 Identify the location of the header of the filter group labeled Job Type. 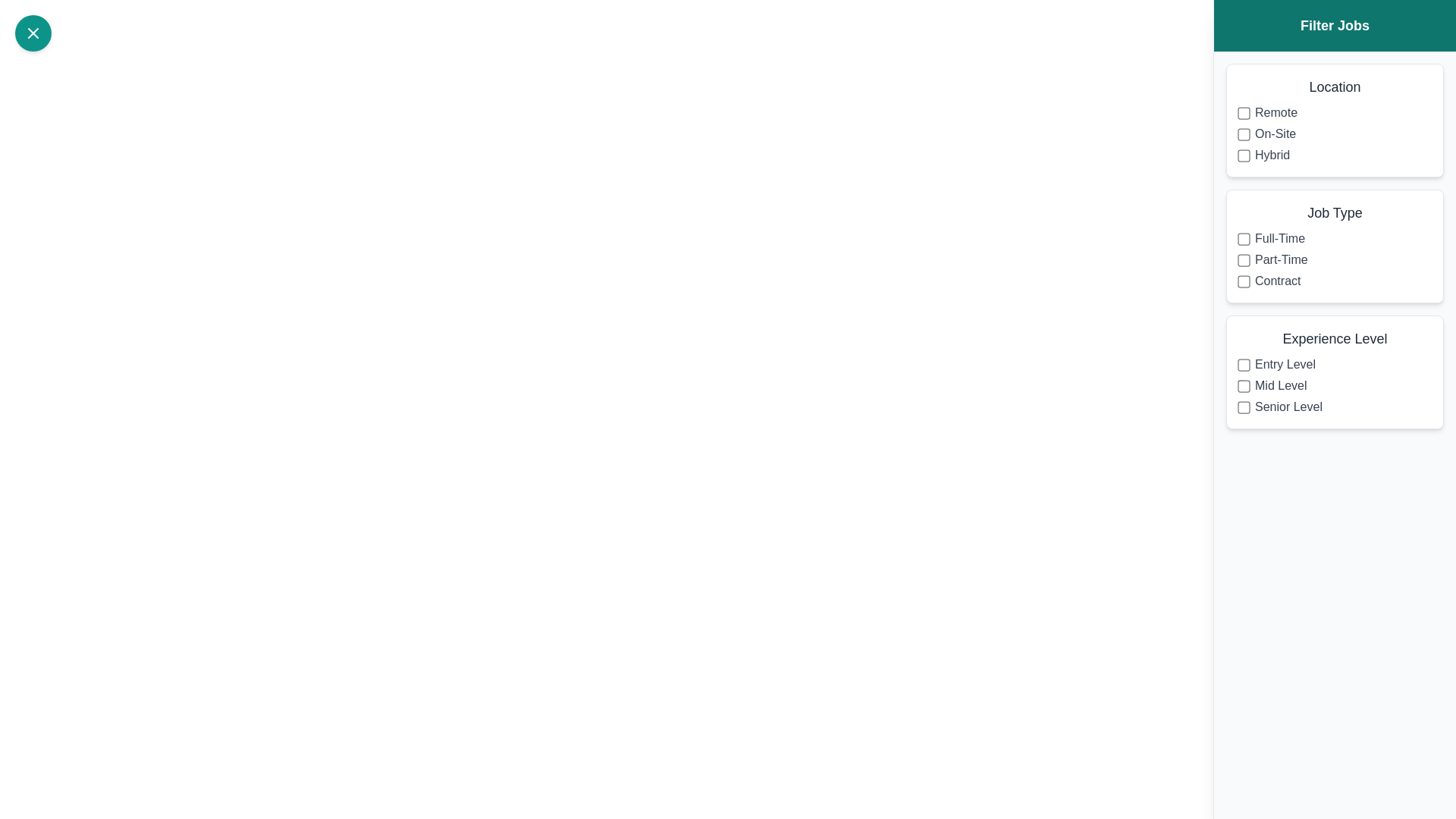
(1335, 213).